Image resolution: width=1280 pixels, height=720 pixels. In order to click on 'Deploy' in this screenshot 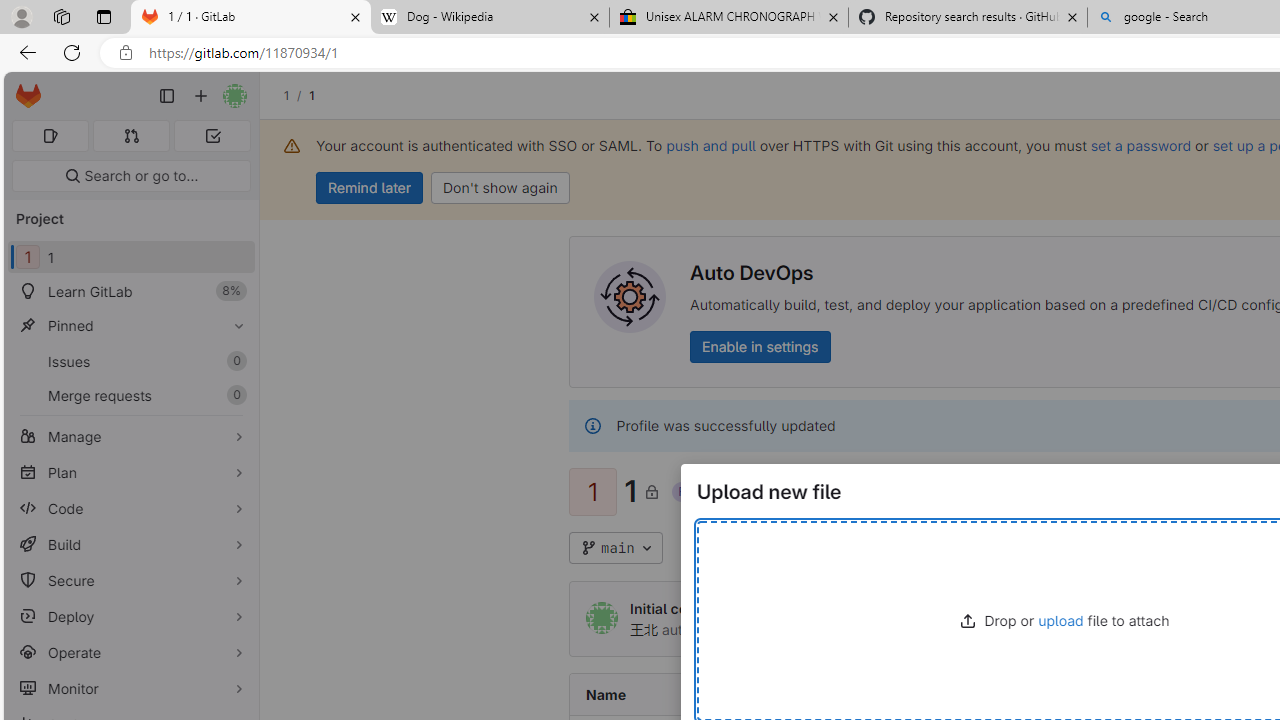, I will do `click(130, 615)`.